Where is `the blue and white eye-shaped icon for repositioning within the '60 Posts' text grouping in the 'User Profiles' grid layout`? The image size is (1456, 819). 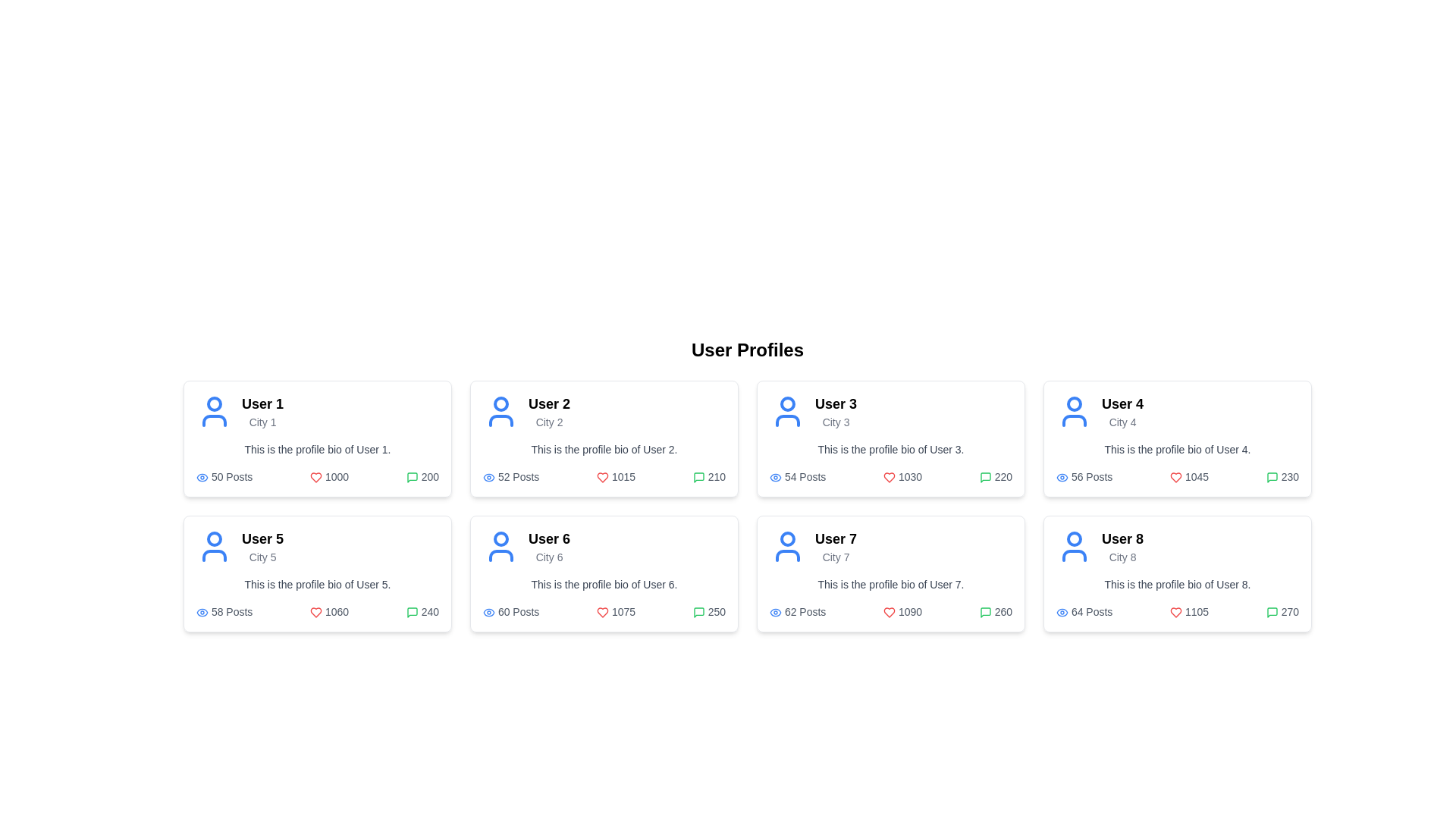 the blue and white eye-shaped icon for repositioning within the '60 Posts' text grouping in the 'User Profiles' grid layout is located at coordinates (488, 612).